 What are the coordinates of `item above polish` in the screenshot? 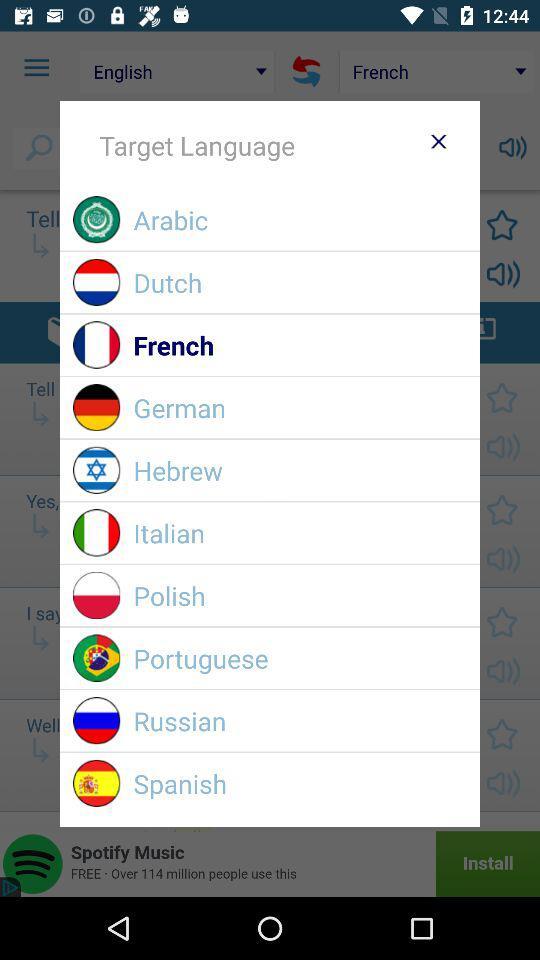 It's located at (299, 532).